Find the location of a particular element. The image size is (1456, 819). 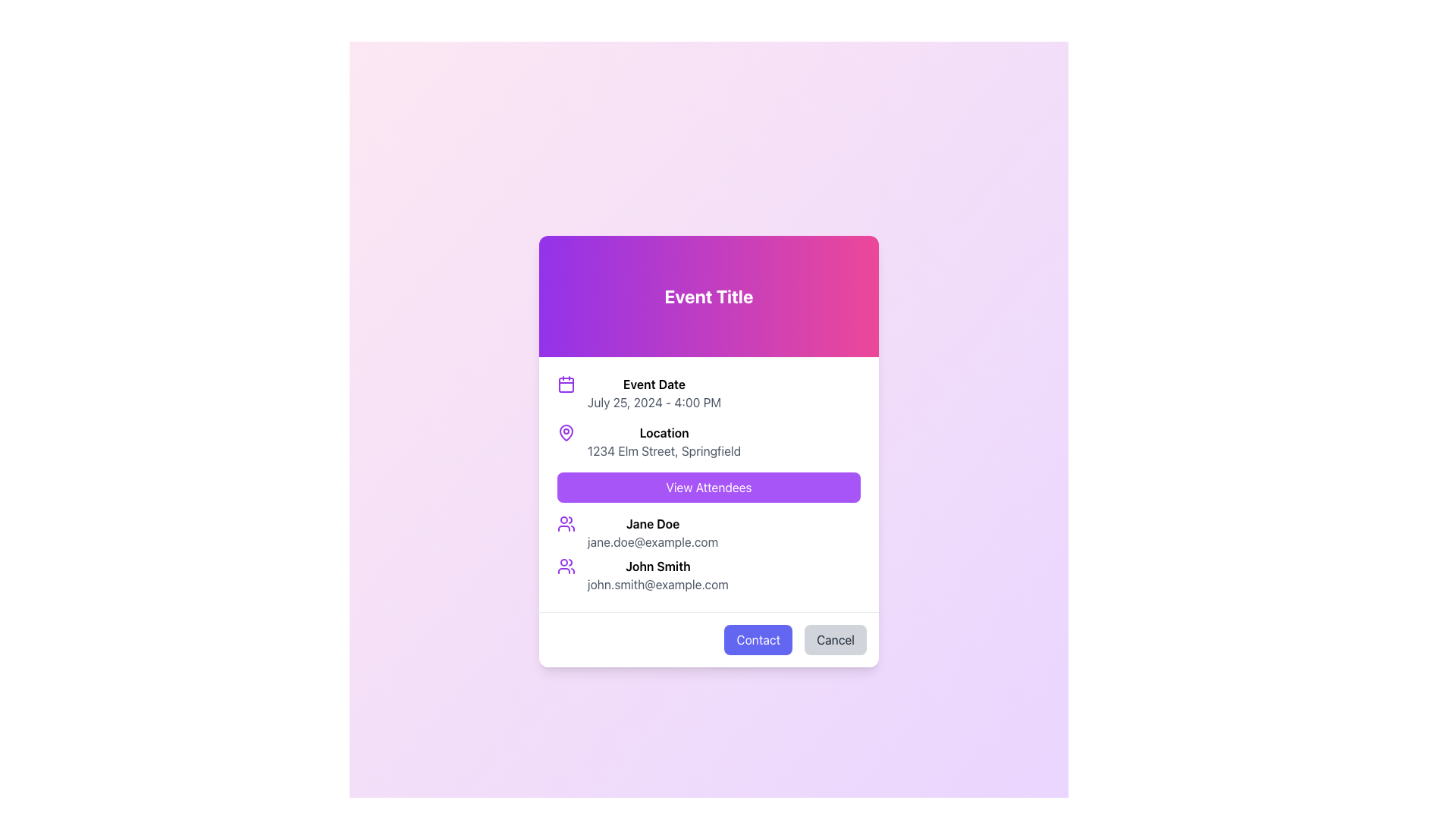

location details from the text block containing the bold 'Location' label and the address '1234 Elm Street, Springfield', which is positioned in the card interface under 'Event Title' is located at coordinates (664, 441).